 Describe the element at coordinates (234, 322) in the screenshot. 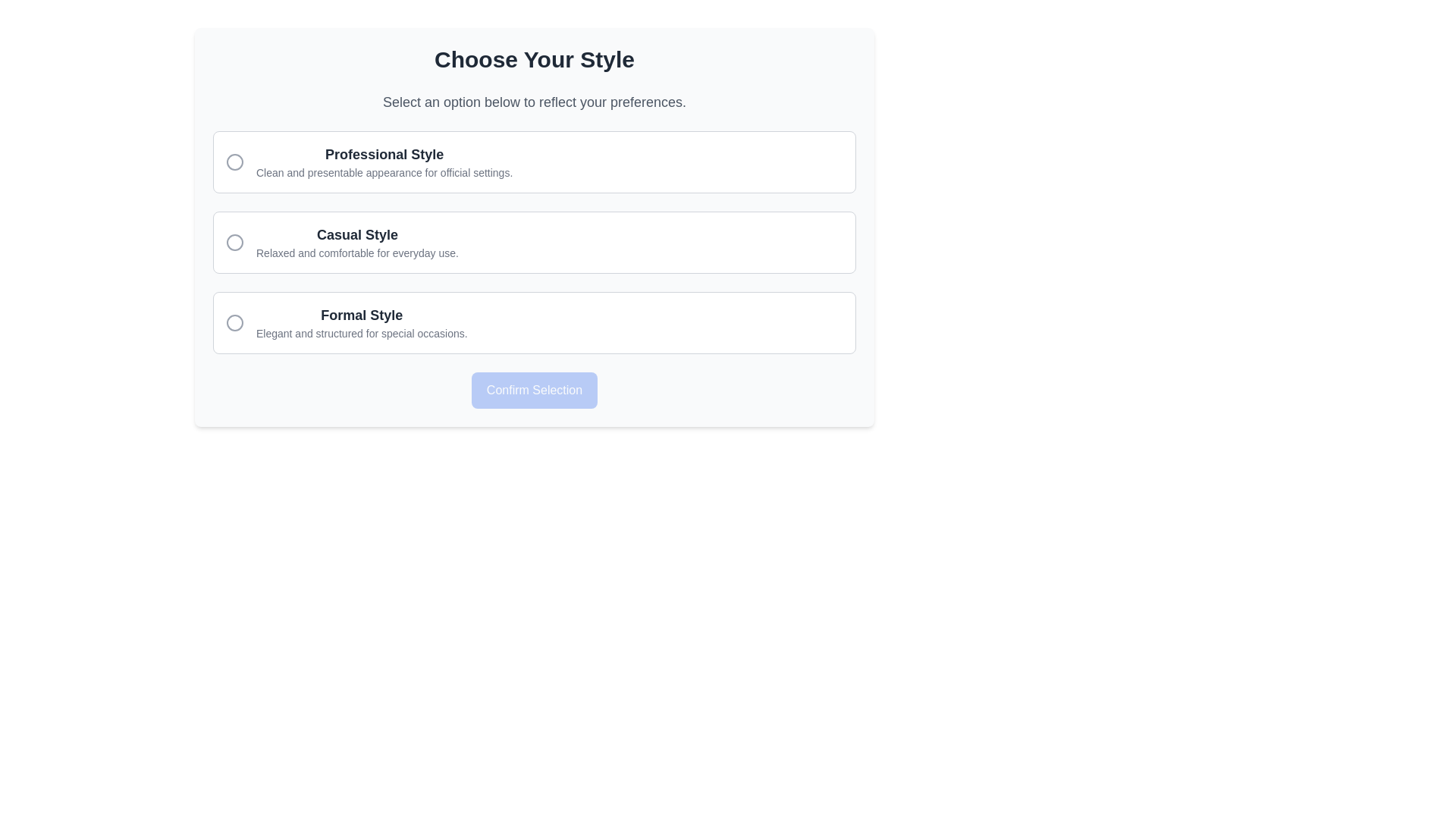

I see `the central circular SVG graphical element indicating the unselected state of the 'Formal Style' option in the vertical list of choices` at that location.